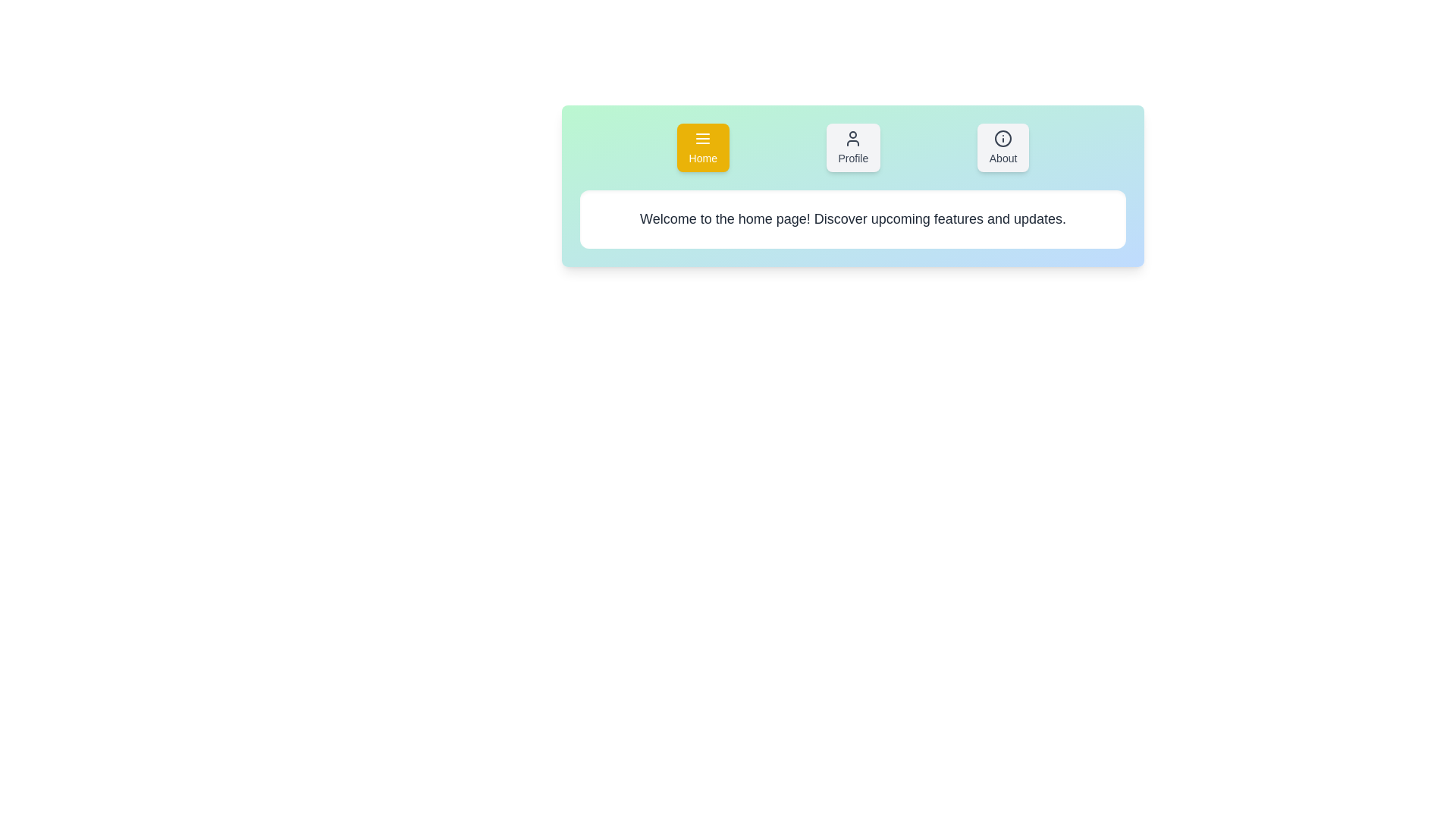  Describe the element at coordinates (702, 148) in the screenshot. I see `the Home tab to activate it` at that location.